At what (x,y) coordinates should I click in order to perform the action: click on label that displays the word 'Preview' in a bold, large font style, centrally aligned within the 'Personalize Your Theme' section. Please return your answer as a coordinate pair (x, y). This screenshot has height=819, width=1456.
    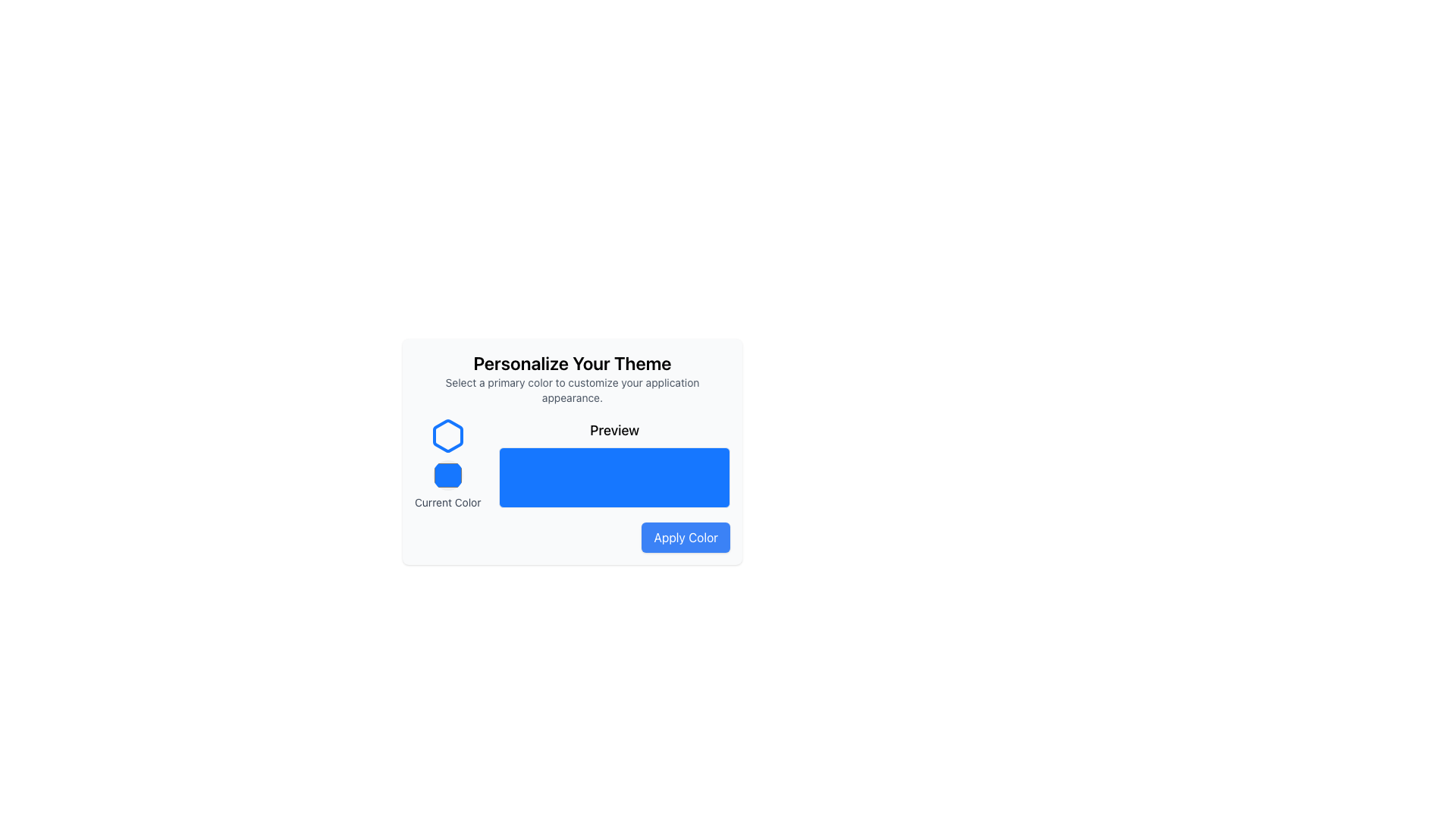
    Looking at the image, I should click on (614, 430).